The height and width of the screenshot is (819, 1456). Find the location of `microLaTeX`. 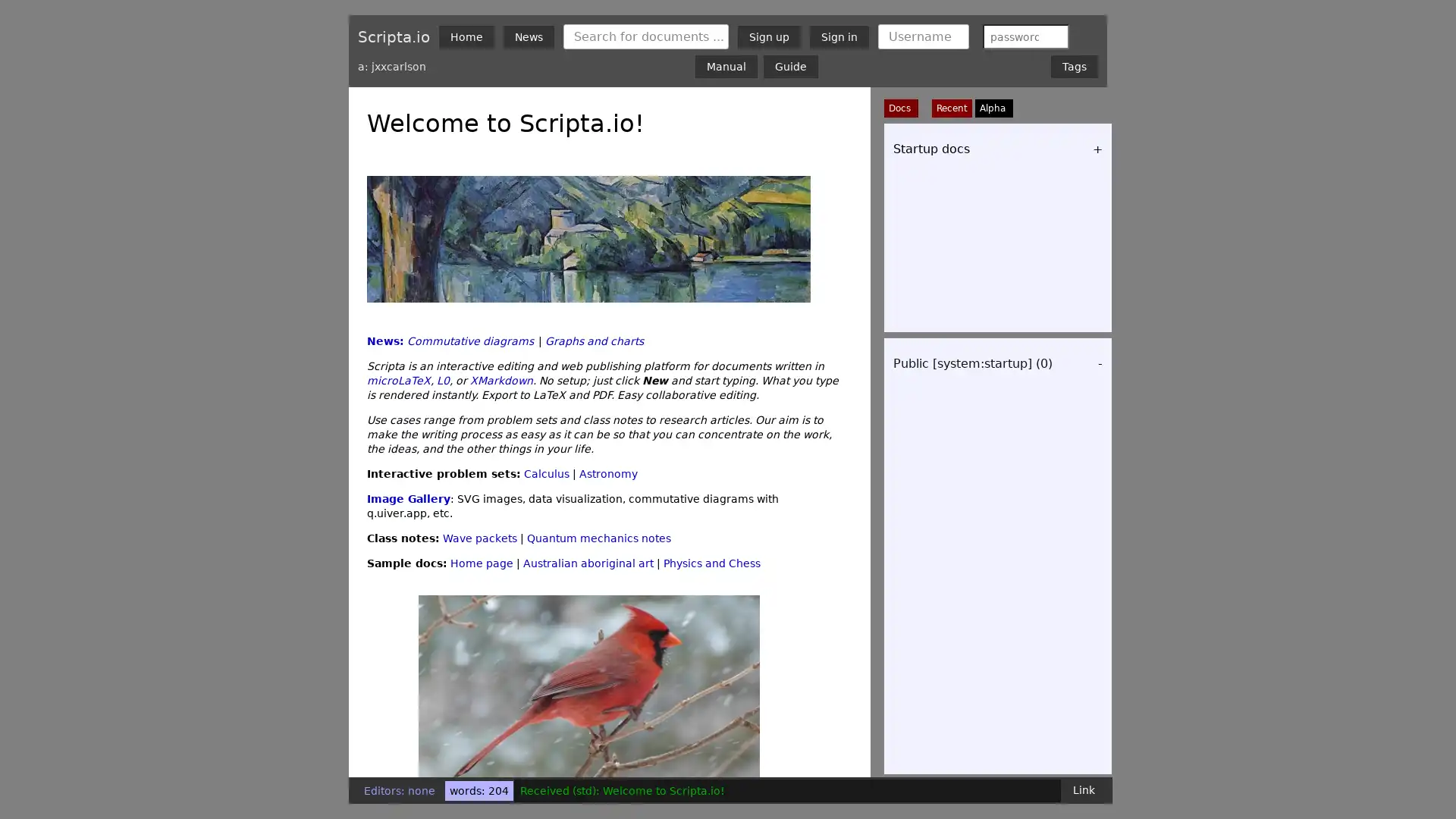

microLaTeX is located at coordinates (399, 379).